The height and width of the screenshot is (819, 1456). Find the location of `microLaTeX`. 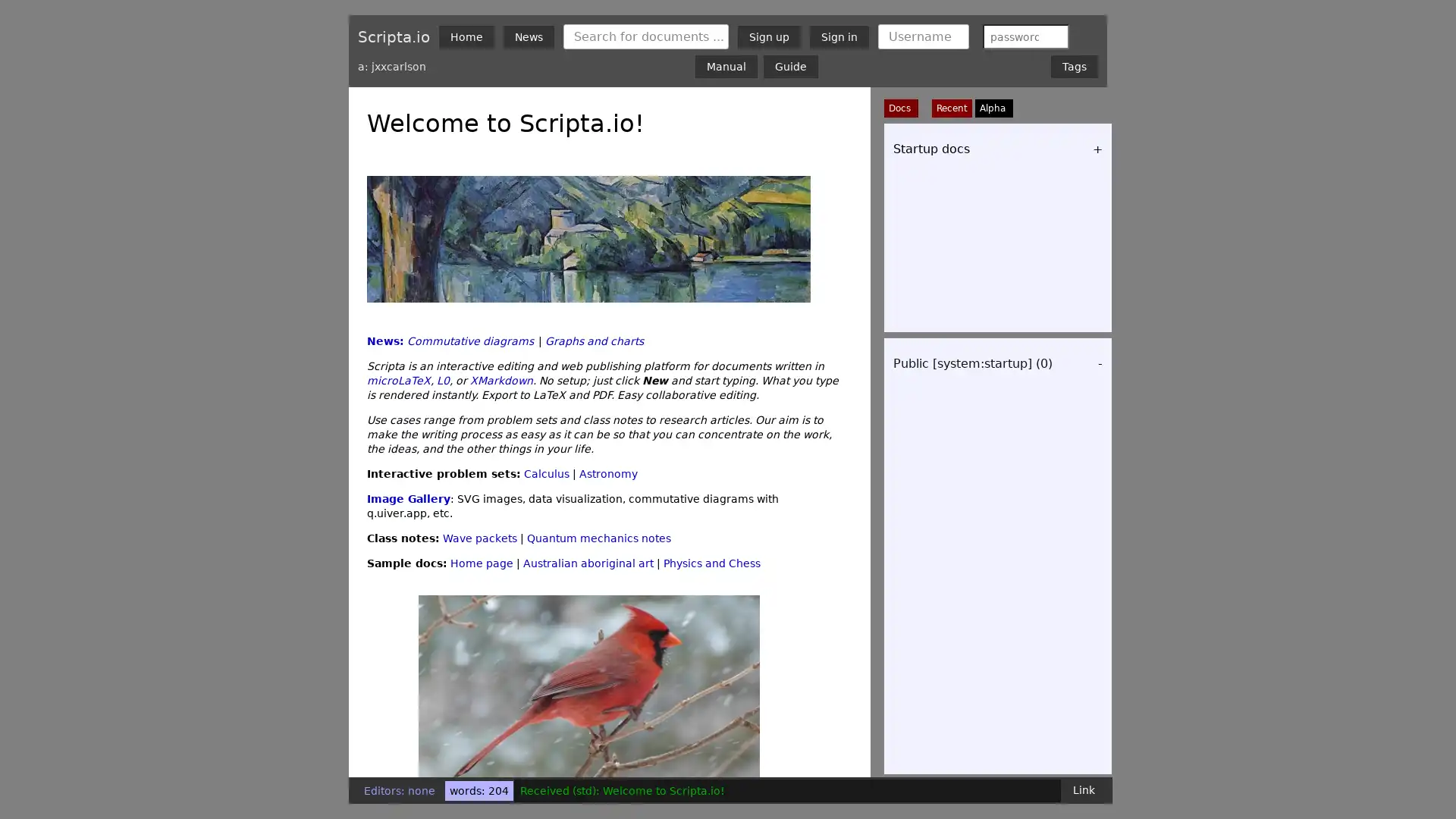

microLaTeX is located at coordinates (399, 379).